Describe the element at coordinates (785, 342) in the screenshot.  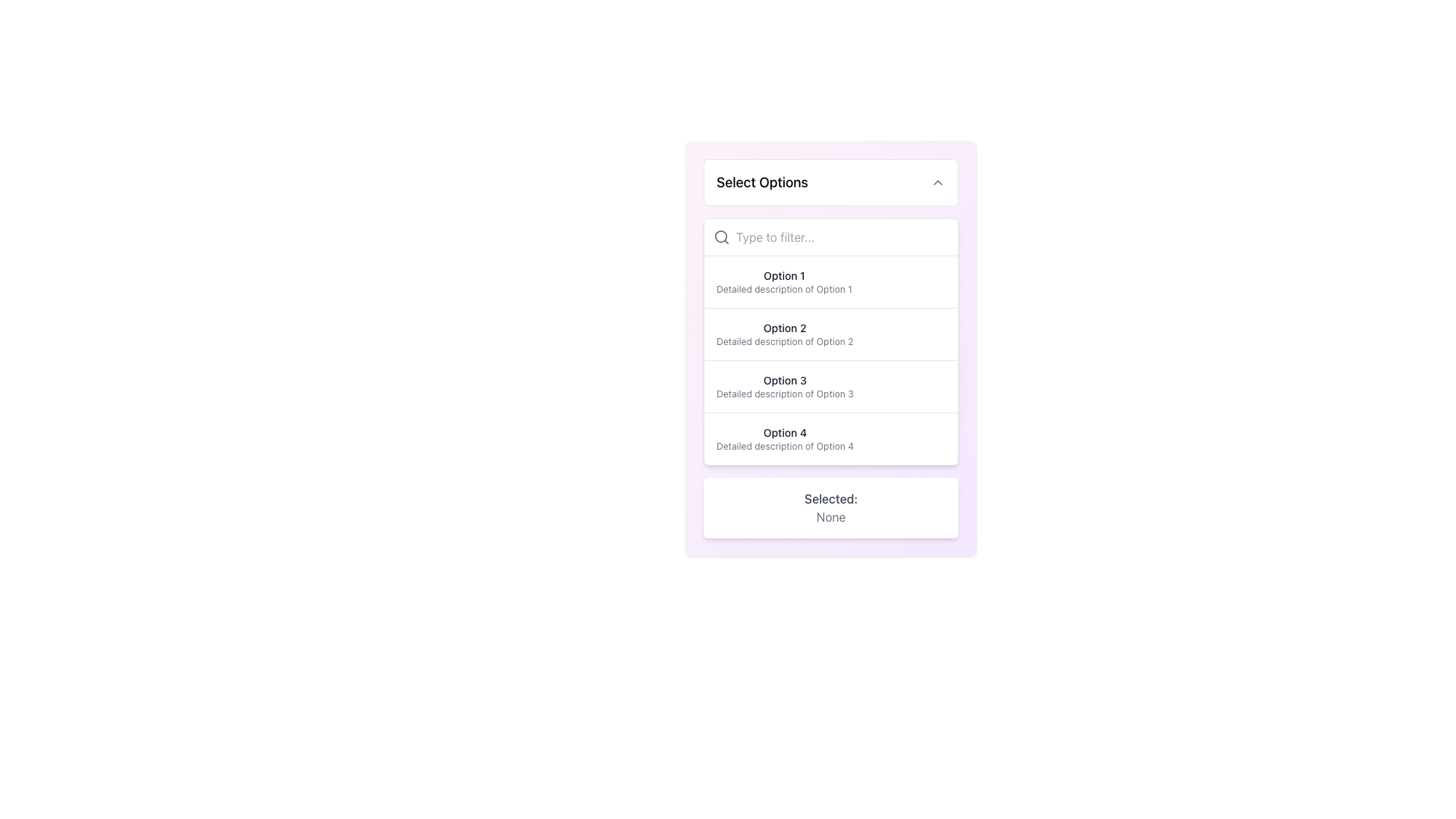
I see `descriptive text label associated with 'Option 2' located centrally in the list of options, aligned to the left margin` at that location.